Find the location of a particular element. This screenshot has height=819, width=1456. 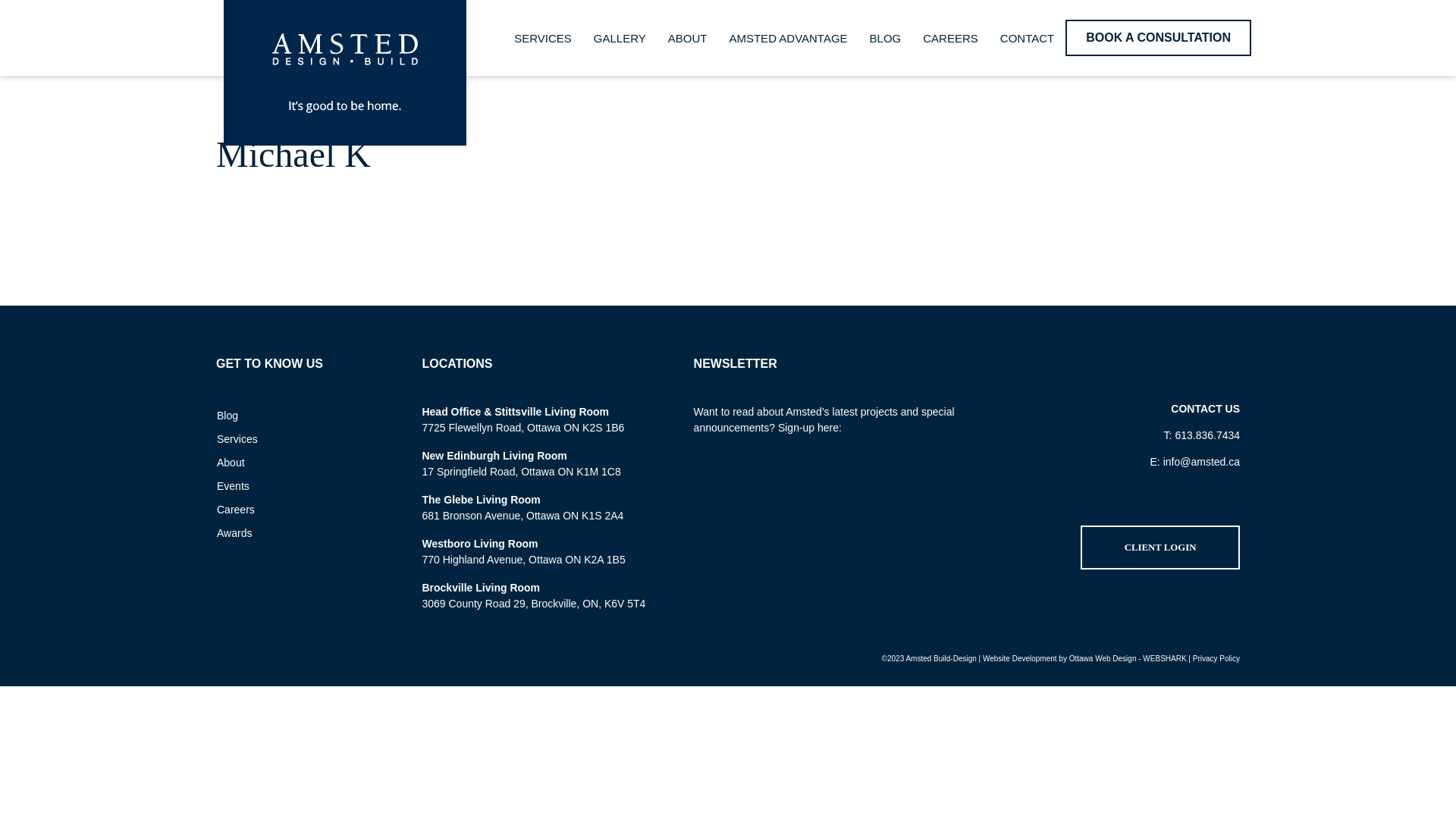

'SERVICES' is located at coordinates (542, 36).